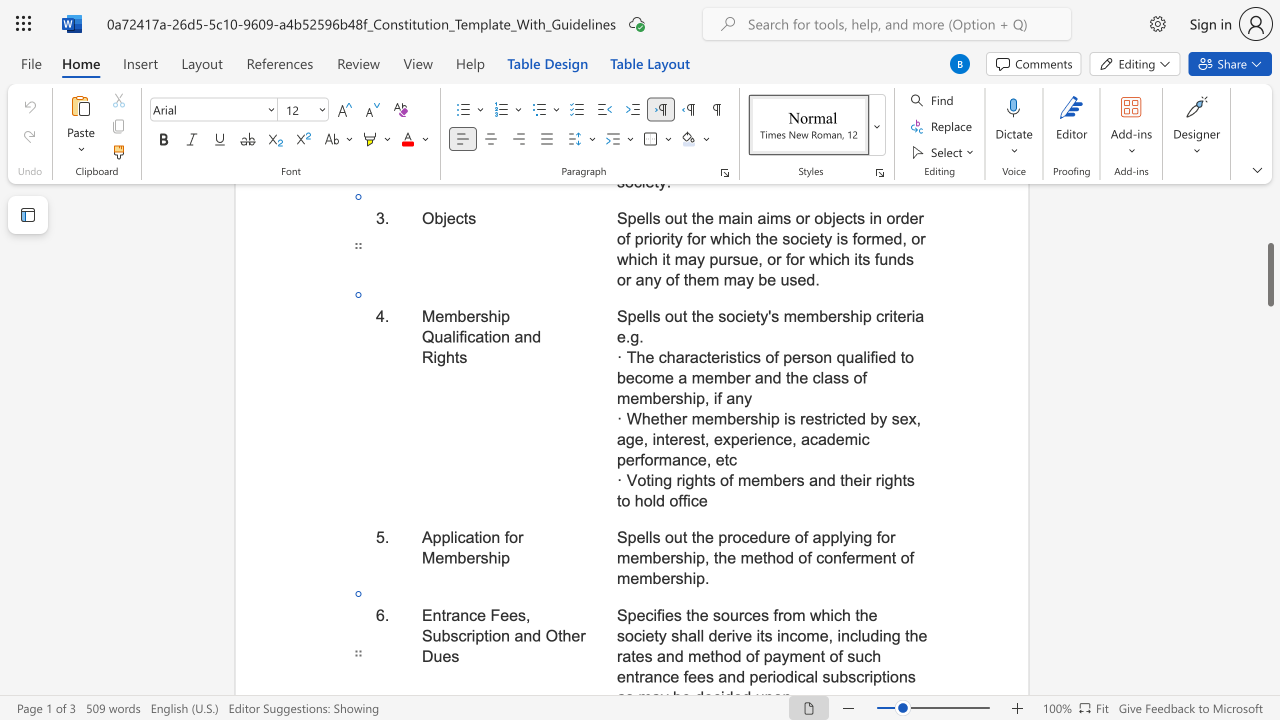  I want to click on the 3th character "c" in the text, so click(813, 438).